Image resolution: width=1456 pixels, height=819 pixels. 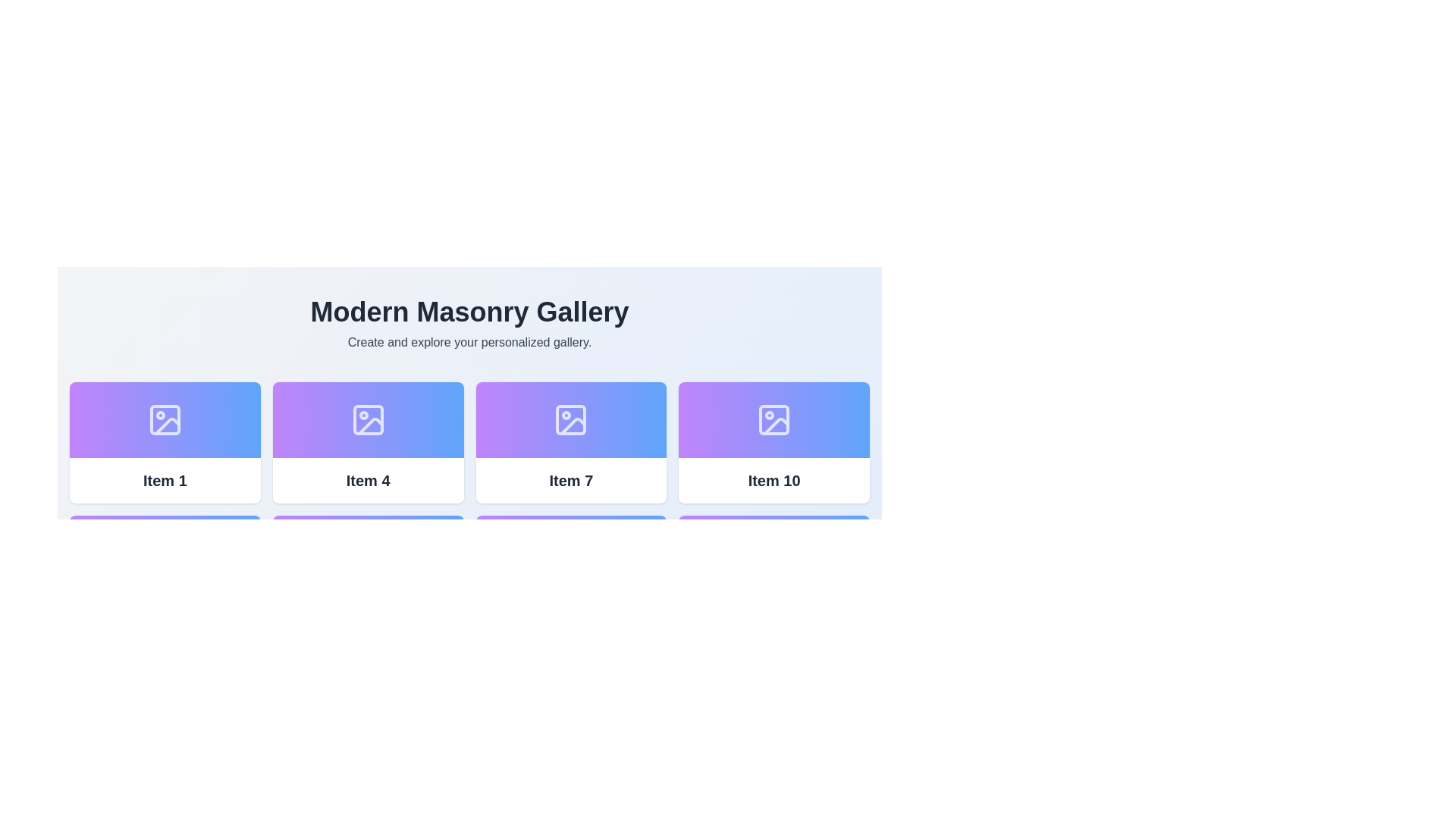 I want to click on the bold heading text displaying 'Modern Masonry Gallery', which is centrally aligned and positioned above a grid of gallery items, so click(x=469, y=312).